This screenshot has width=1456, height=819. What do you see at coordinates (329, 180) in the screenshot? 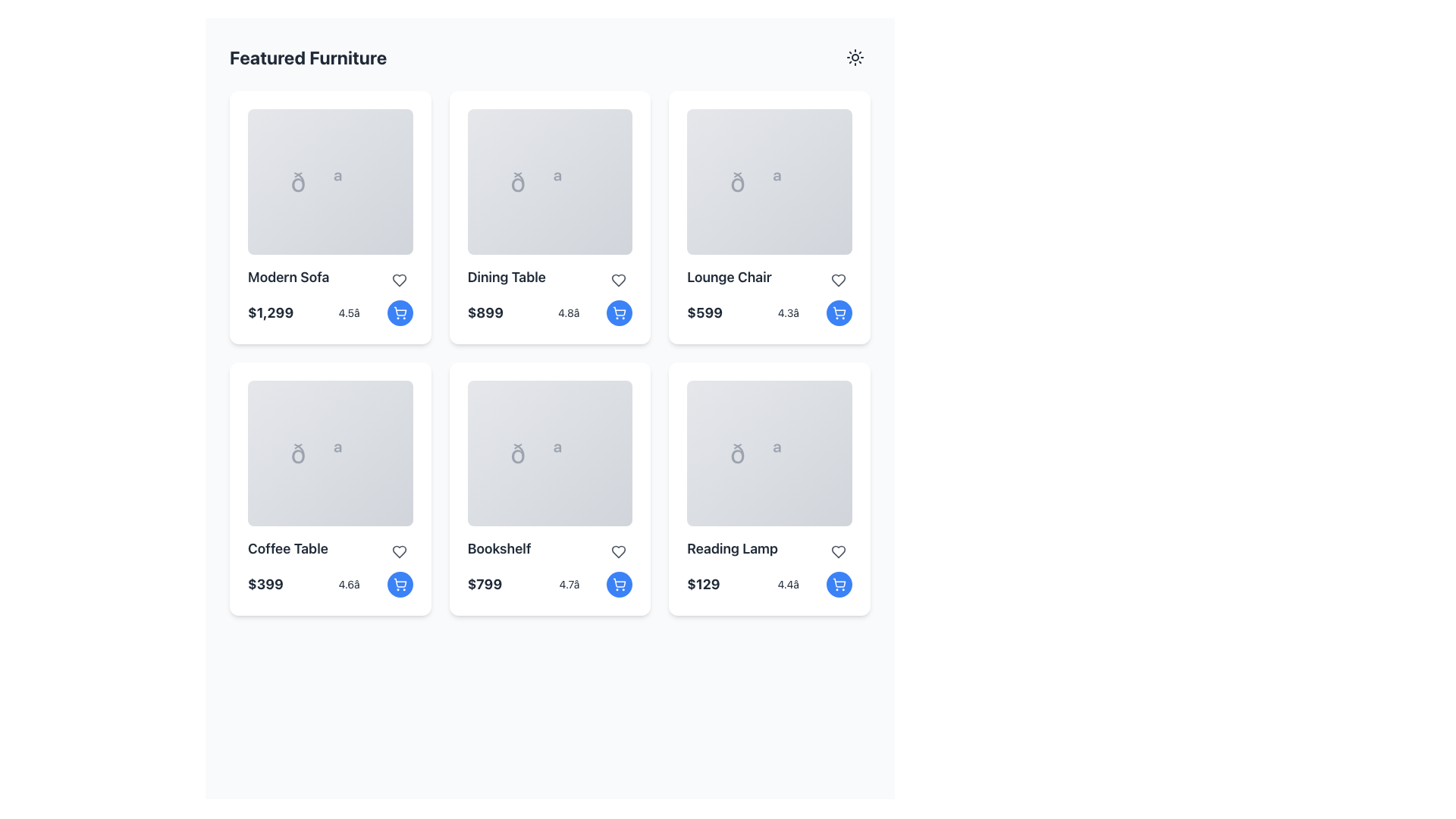
I see `the image placeholder for the 'Modern Sofa' card located in the upper-left section of the grid layout under the 'Featured Furniture' heading` at bounding box center [329, 180].